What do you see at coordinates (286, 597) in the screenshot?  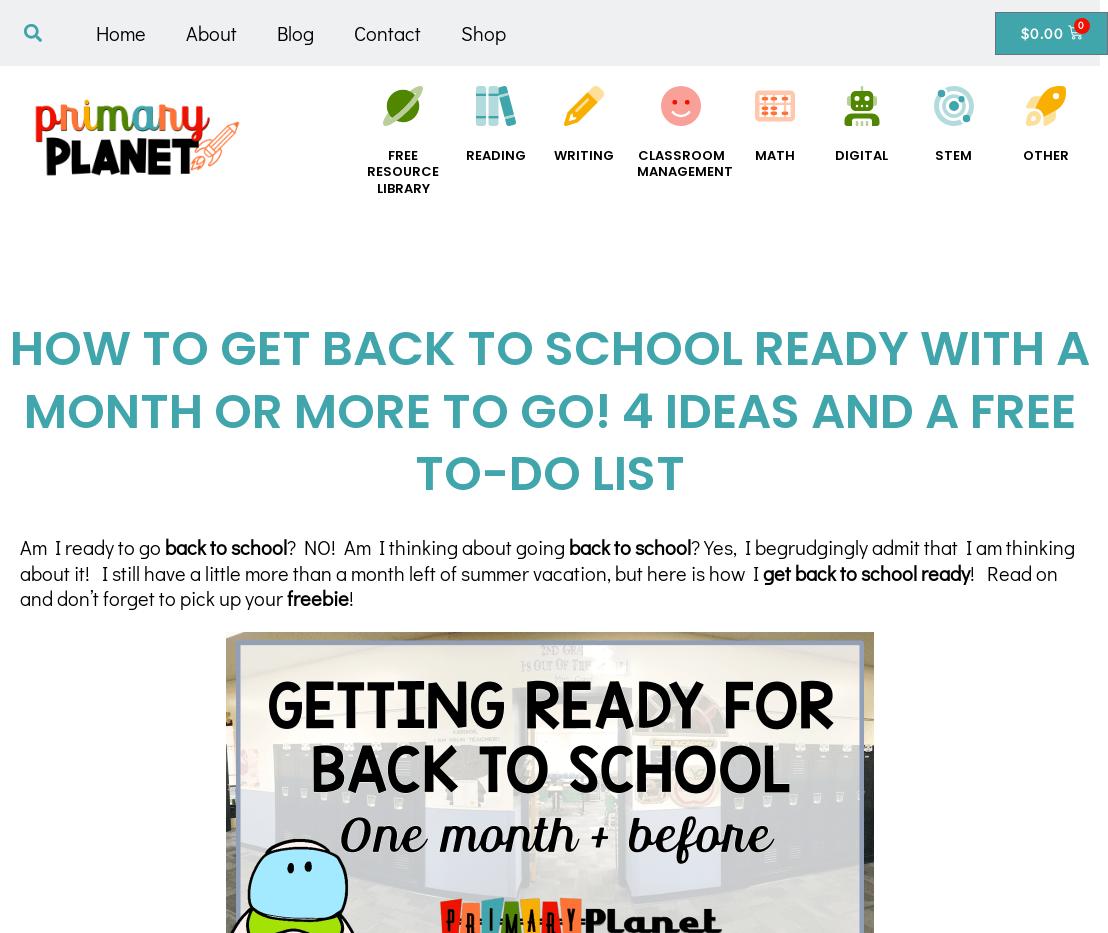 I see `'freebie'` at bounding box center [286, 597].